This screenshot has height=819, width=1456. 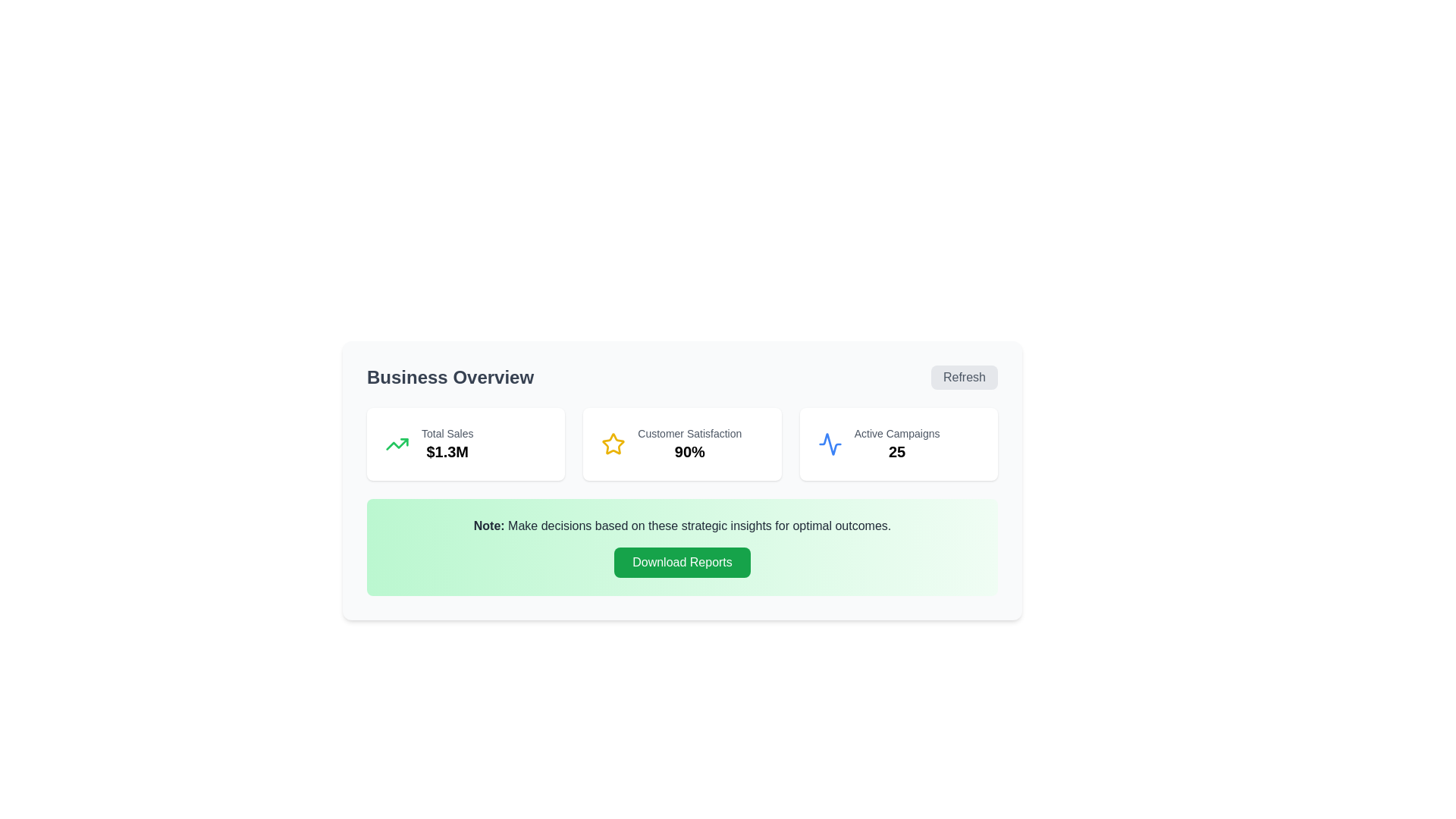 I want to click on the download reports button located in the 'Note' section, which is the last interactive element below the text 'Note: Make decisions based on these strategic insights for optimal outcomes.', so click(x=682, y=562).